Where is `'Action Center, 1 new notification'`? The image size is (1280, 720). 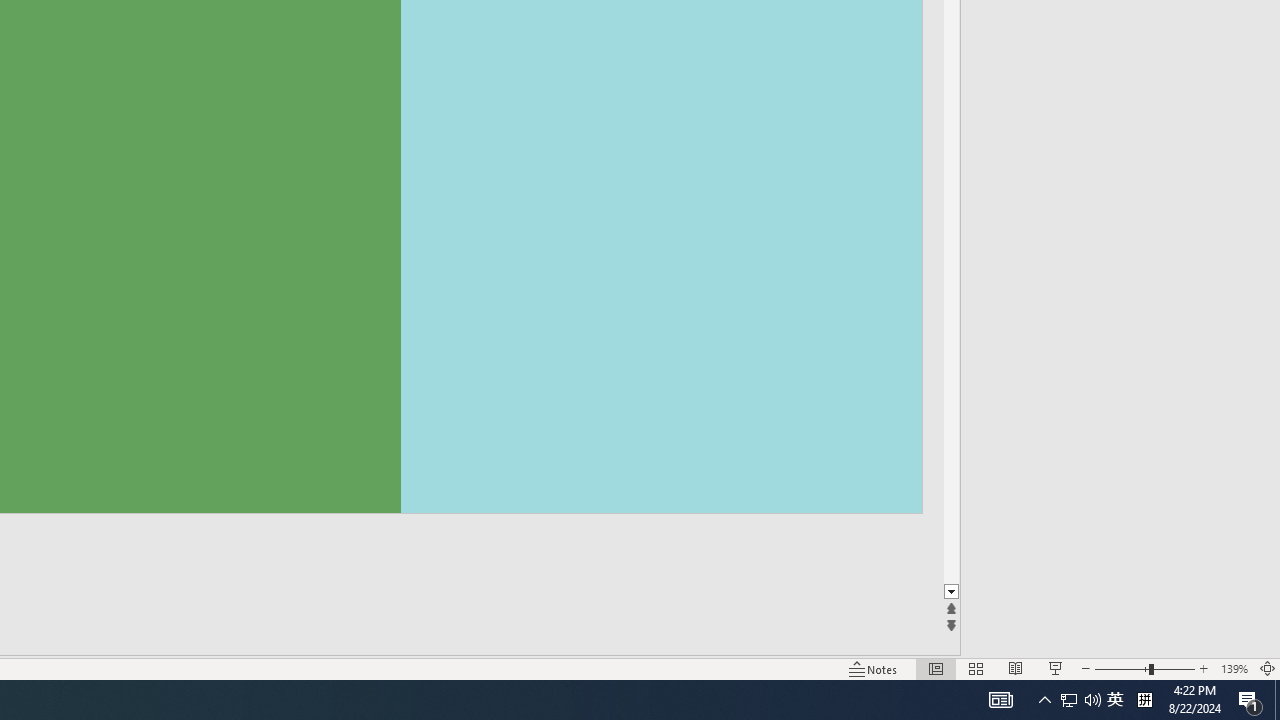 'Action Center, 1 new notification' is located at coordinates (1276, 698).